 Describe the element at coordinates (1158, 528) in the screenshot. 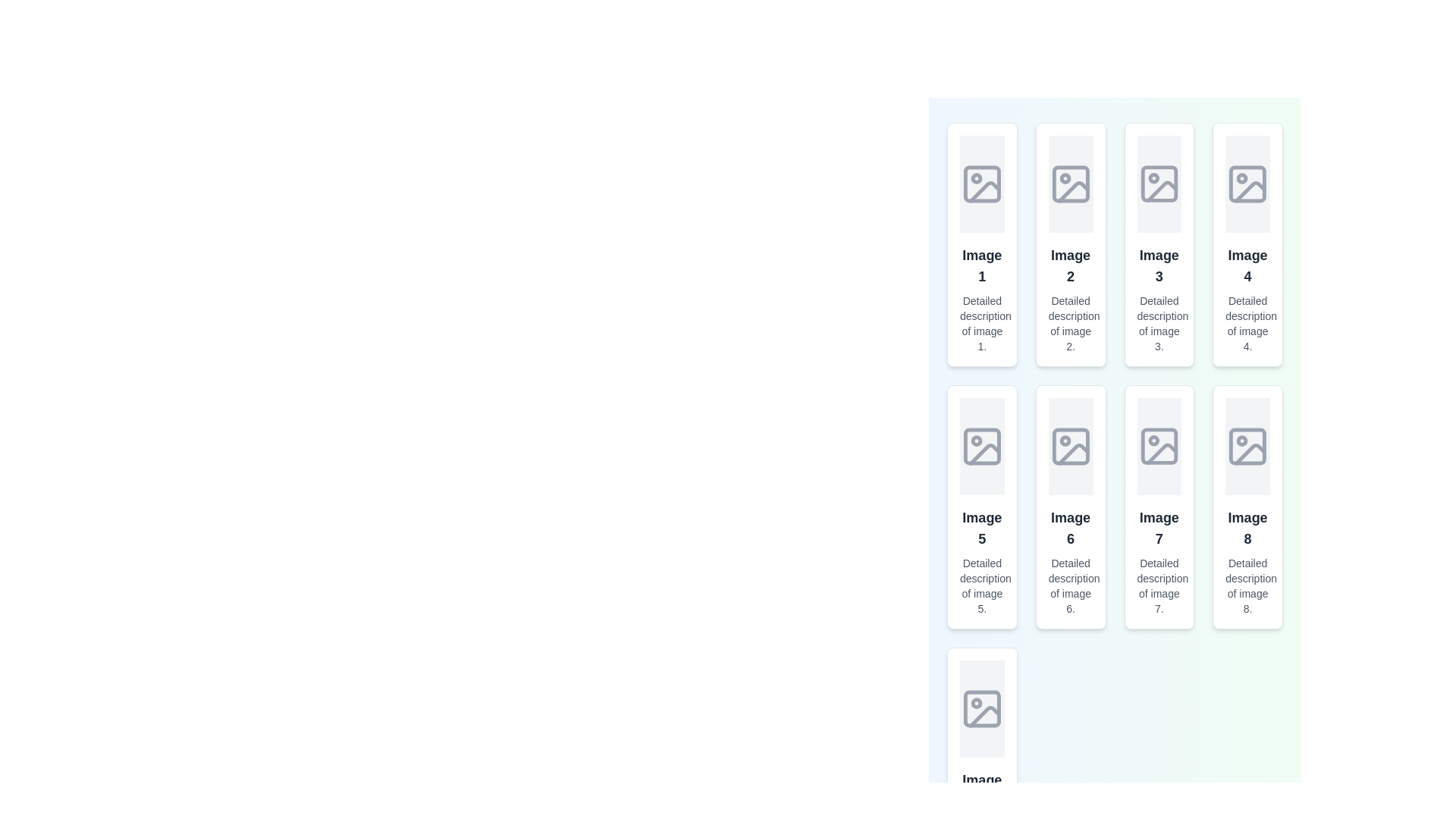

I see `the label with the text 'Image 7', which is styled in large bold sans-serif font and located in the second row and third column of the grid layout` at that location.